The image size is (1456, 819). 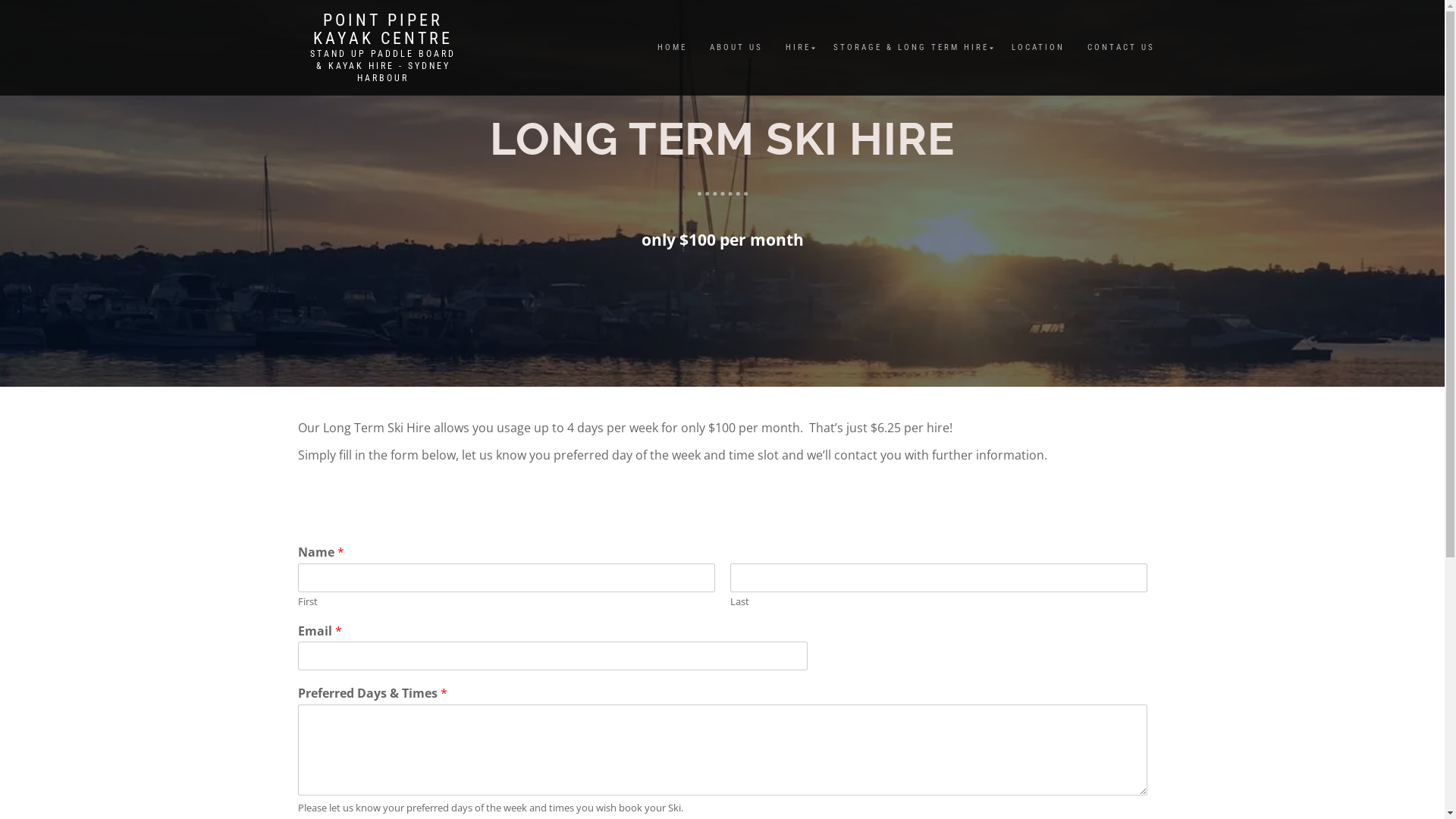 What do you see at coordinates (999, 46) in the screenshot?
I see `'LOCATION'` at bounding box center [999, 46].